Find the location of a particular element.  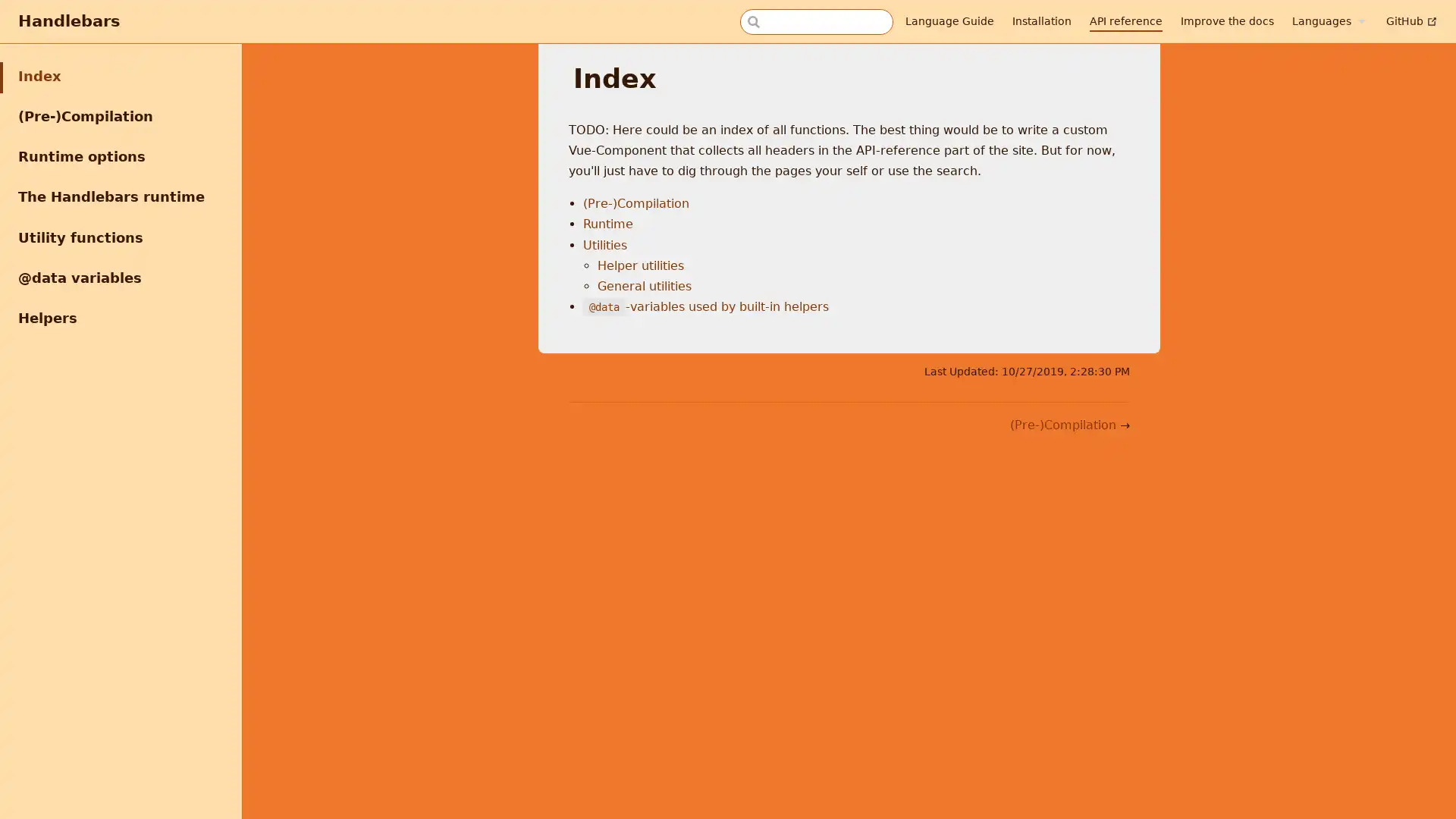

Languages is located at coordinates (1327, 20).